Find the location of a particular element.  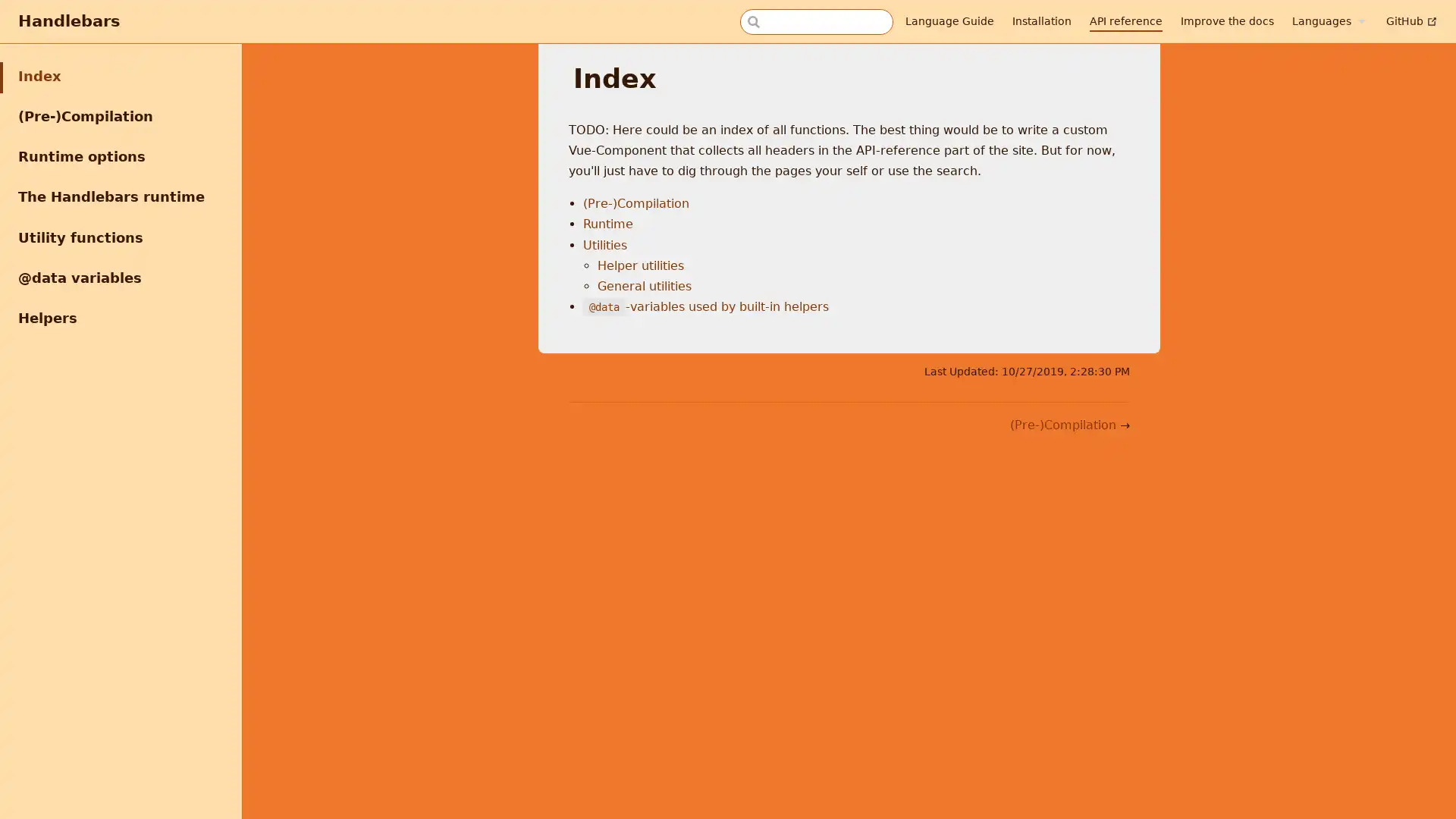

Languages is located at coordinates (1327, 20).